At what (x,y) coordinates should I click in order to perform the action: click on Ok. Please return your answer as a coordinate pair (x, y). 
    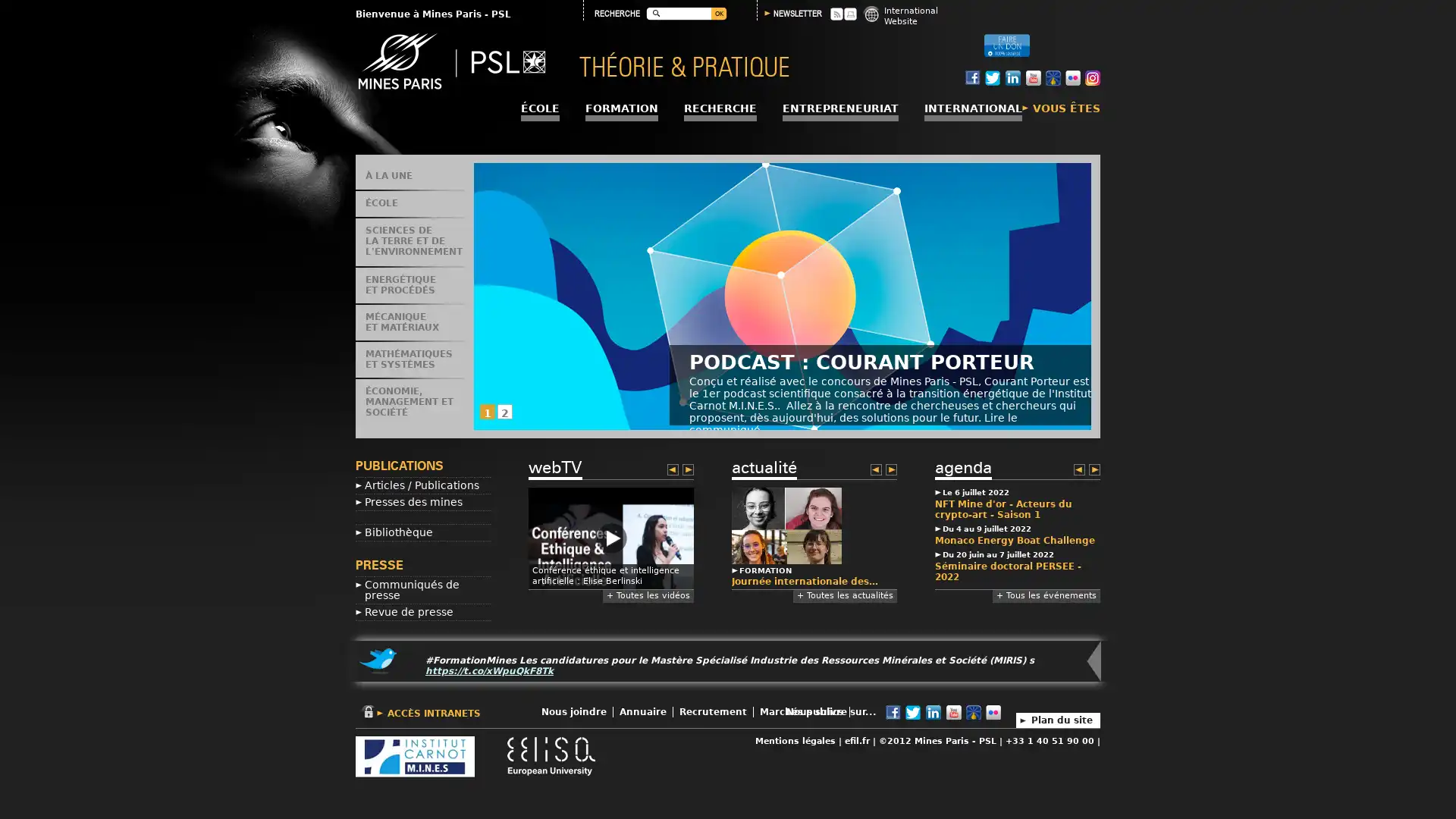
    Looking at the image, I should click on (718, 14).